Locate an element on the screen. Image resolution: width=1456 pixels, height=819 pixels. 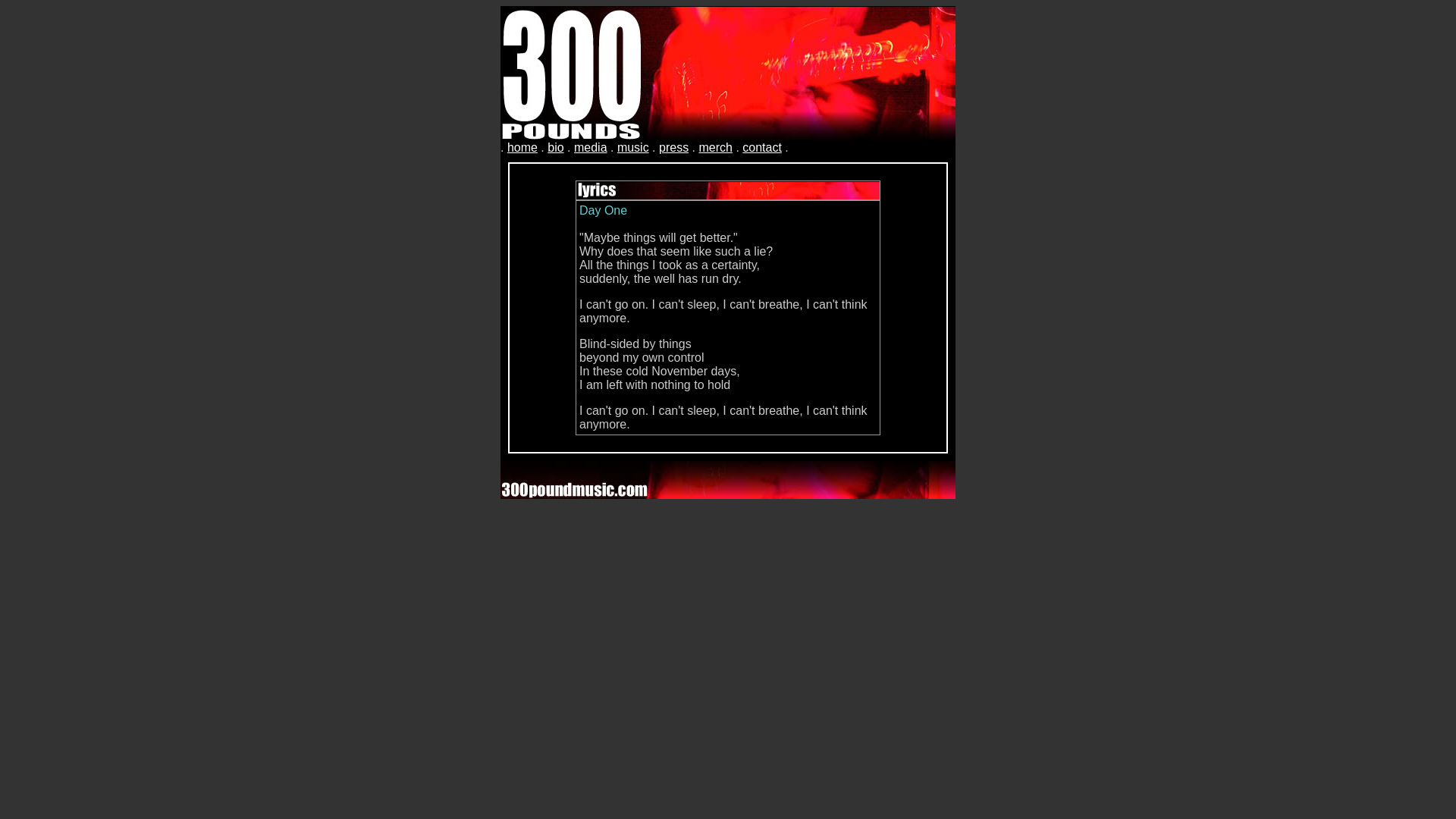
'media' is located at coordinates (573, 147).